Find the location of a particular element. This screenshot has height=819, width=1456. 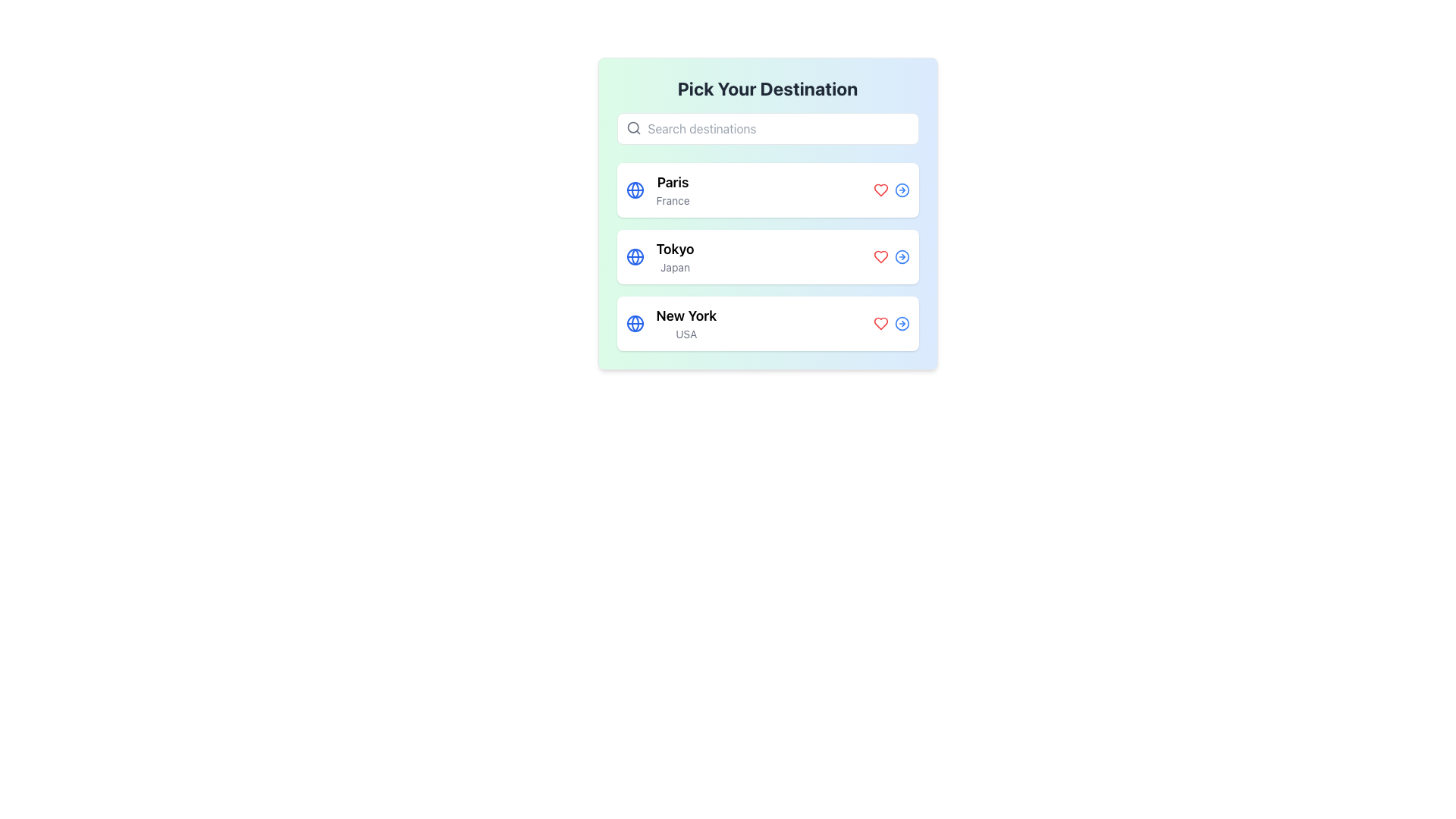

the first selectable item in the list of destinations is located at coordinates (767, 189).